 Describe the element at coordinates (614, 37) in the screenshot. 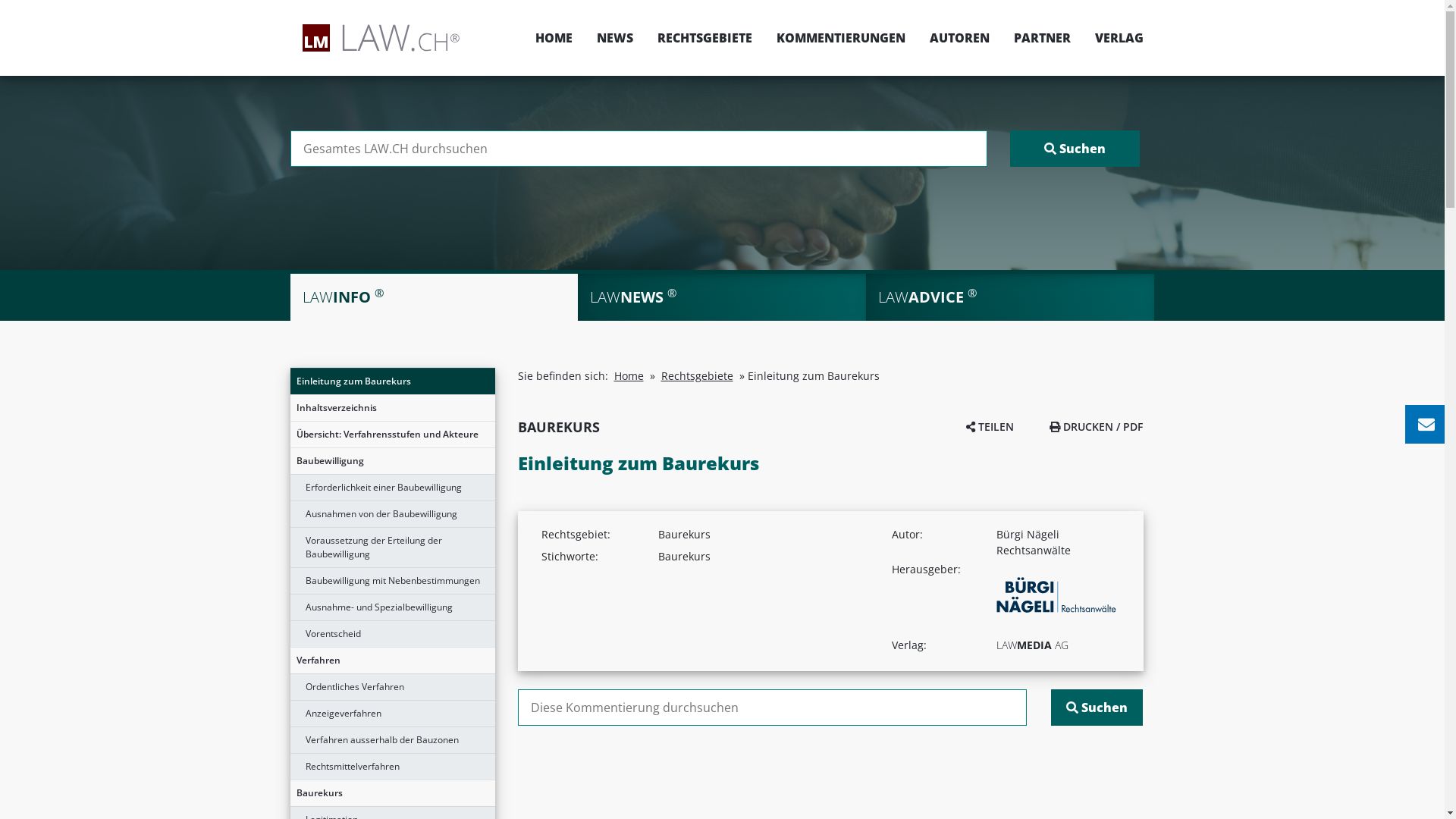

I see `'NEWS'` at that location.